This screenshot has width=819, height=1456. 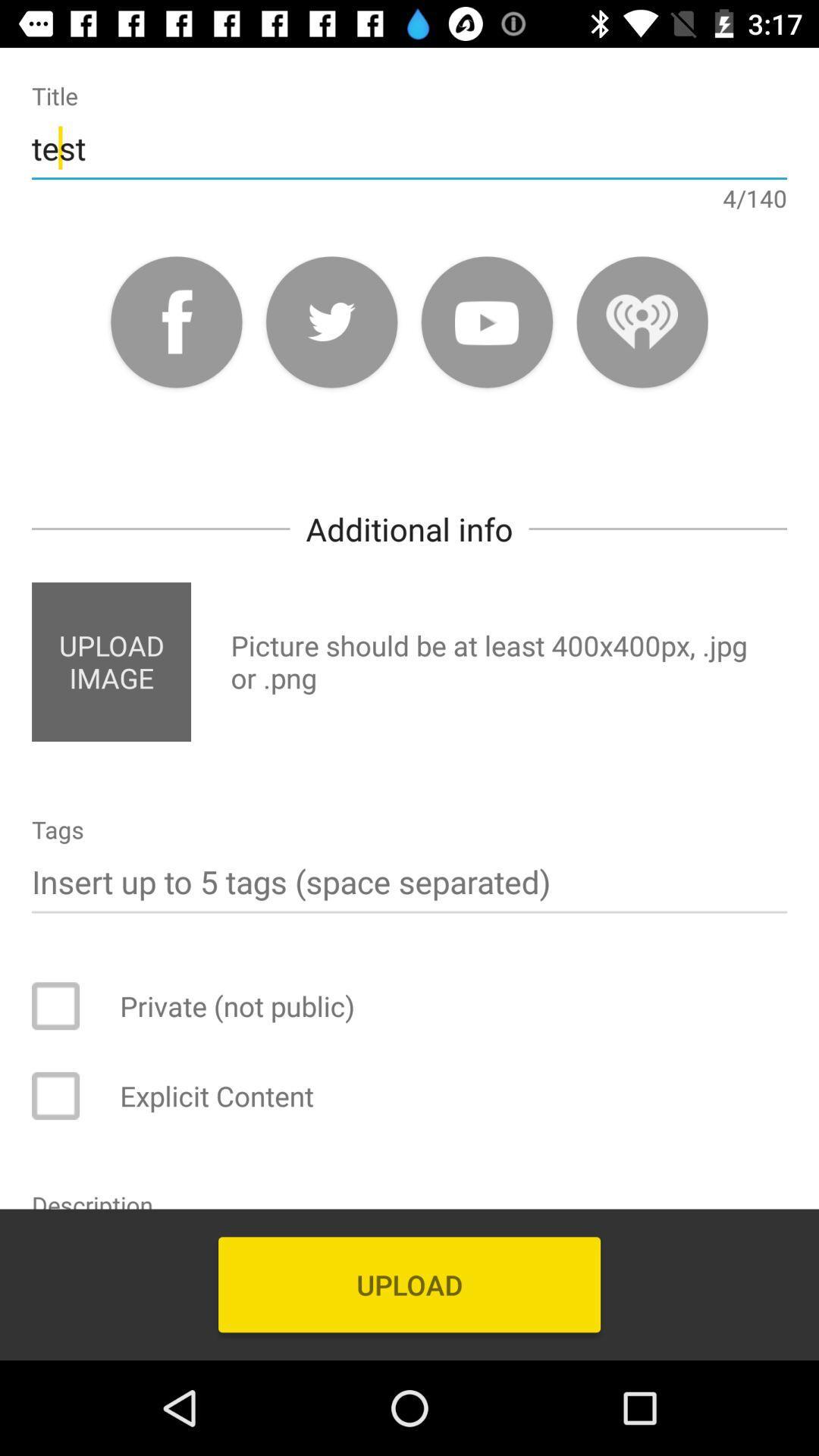 I want to click on upload image item, so click(x=110, y=662).